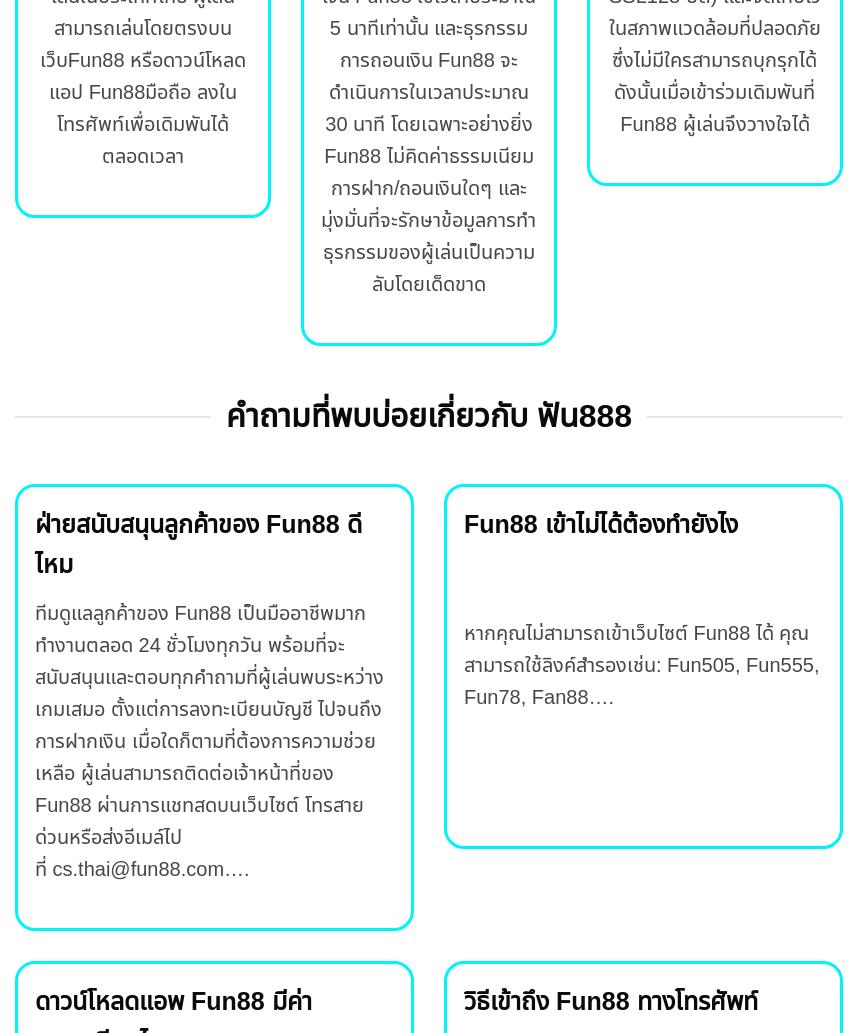 The height and width of the screenshot is (1033, 858). What do you see at coordinates (427, 415) in the screenshot?
I see `'คำถามที่พบบ่อยเกี่ยวกับ ฟัน888'` at bounding box center [427, 415].